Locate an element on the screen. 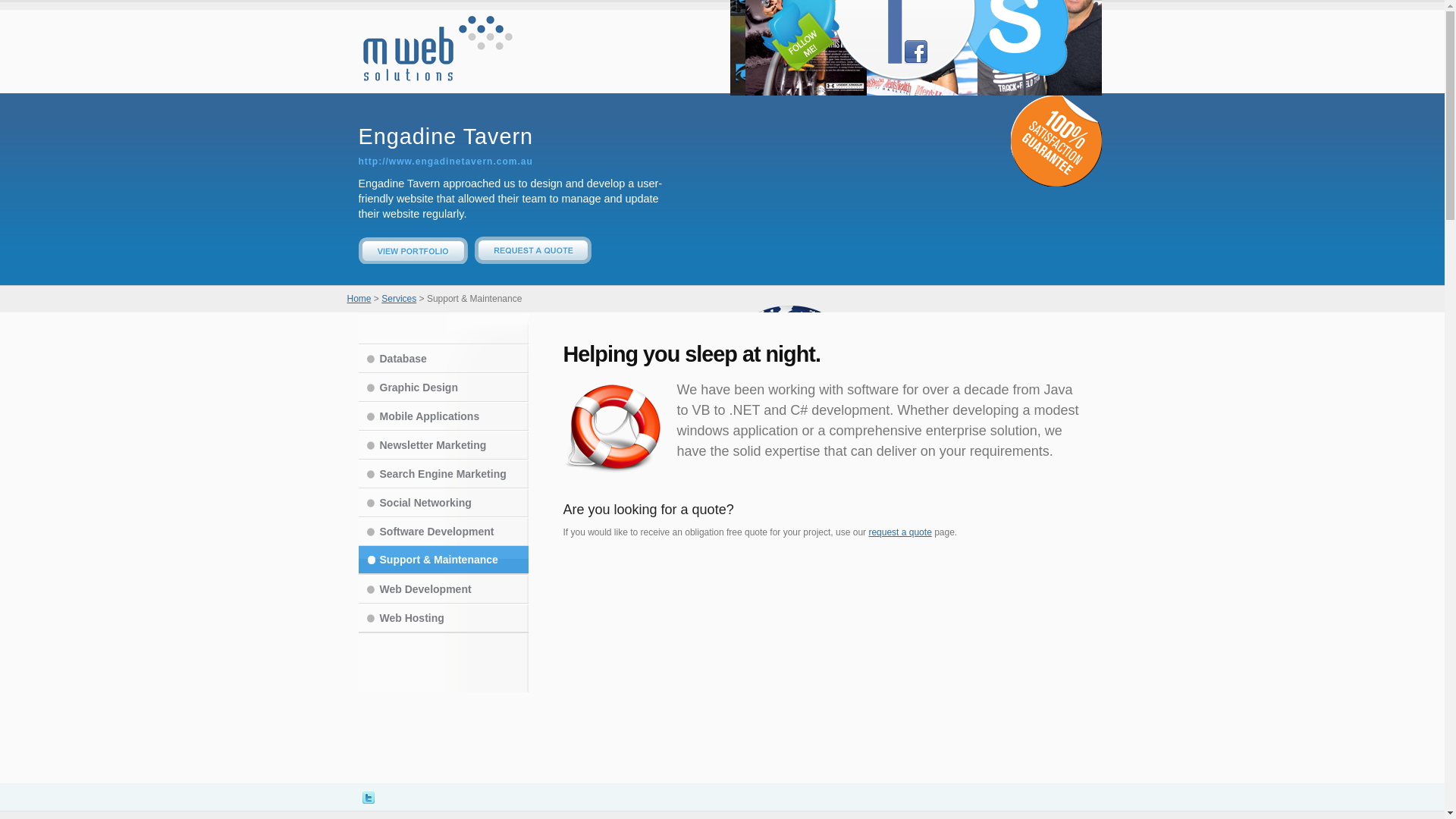 This screenshot has width=1456, height=819. 'Request a Quote' is located at coordinates (532, 259).